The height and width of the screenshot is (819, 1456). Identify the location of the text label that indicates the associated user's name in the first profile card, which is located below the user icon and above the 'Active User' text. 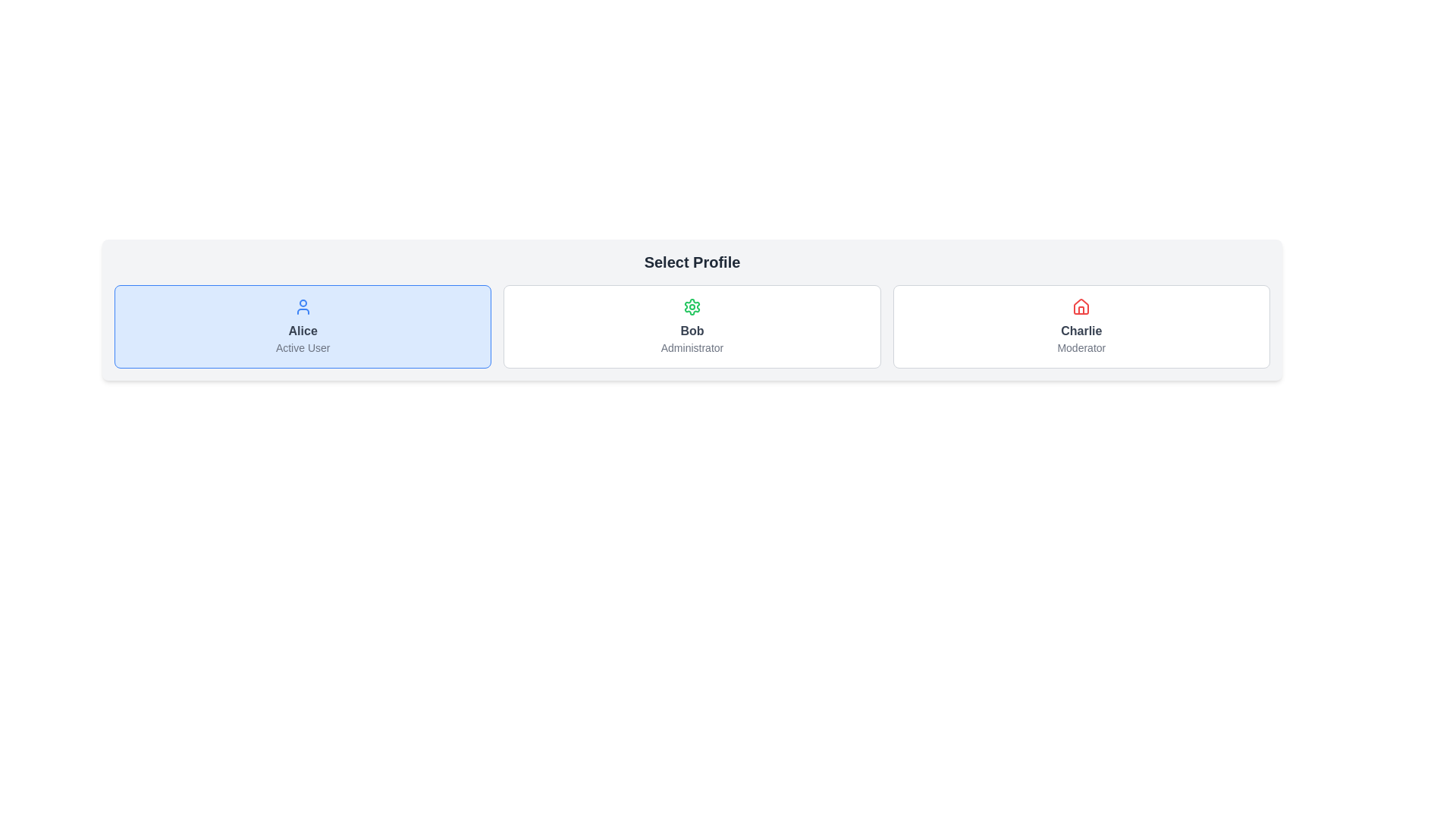
(303, 330).